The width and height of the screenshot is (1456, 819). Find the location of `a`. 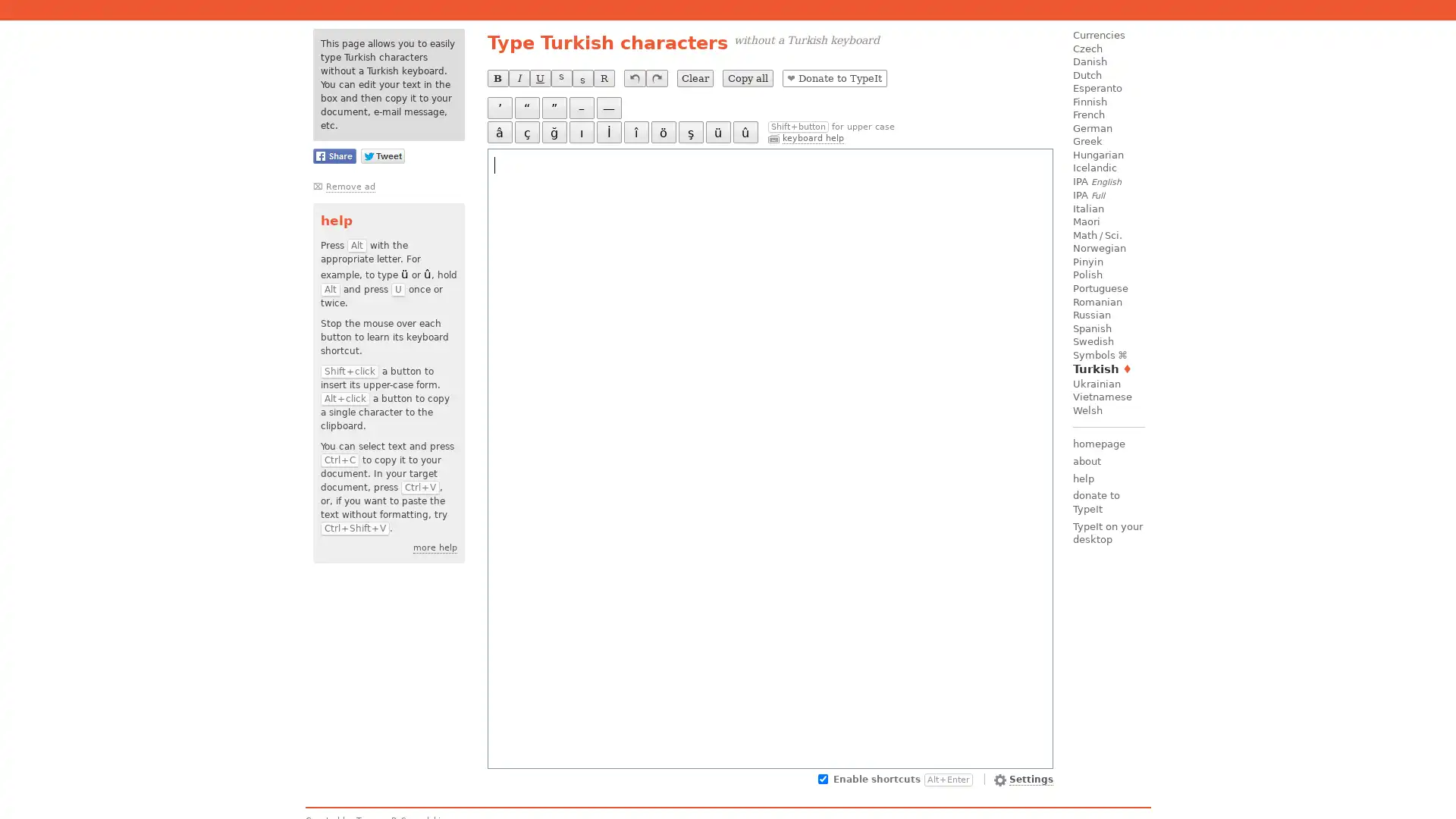

a is located at coordinates (499, 131).